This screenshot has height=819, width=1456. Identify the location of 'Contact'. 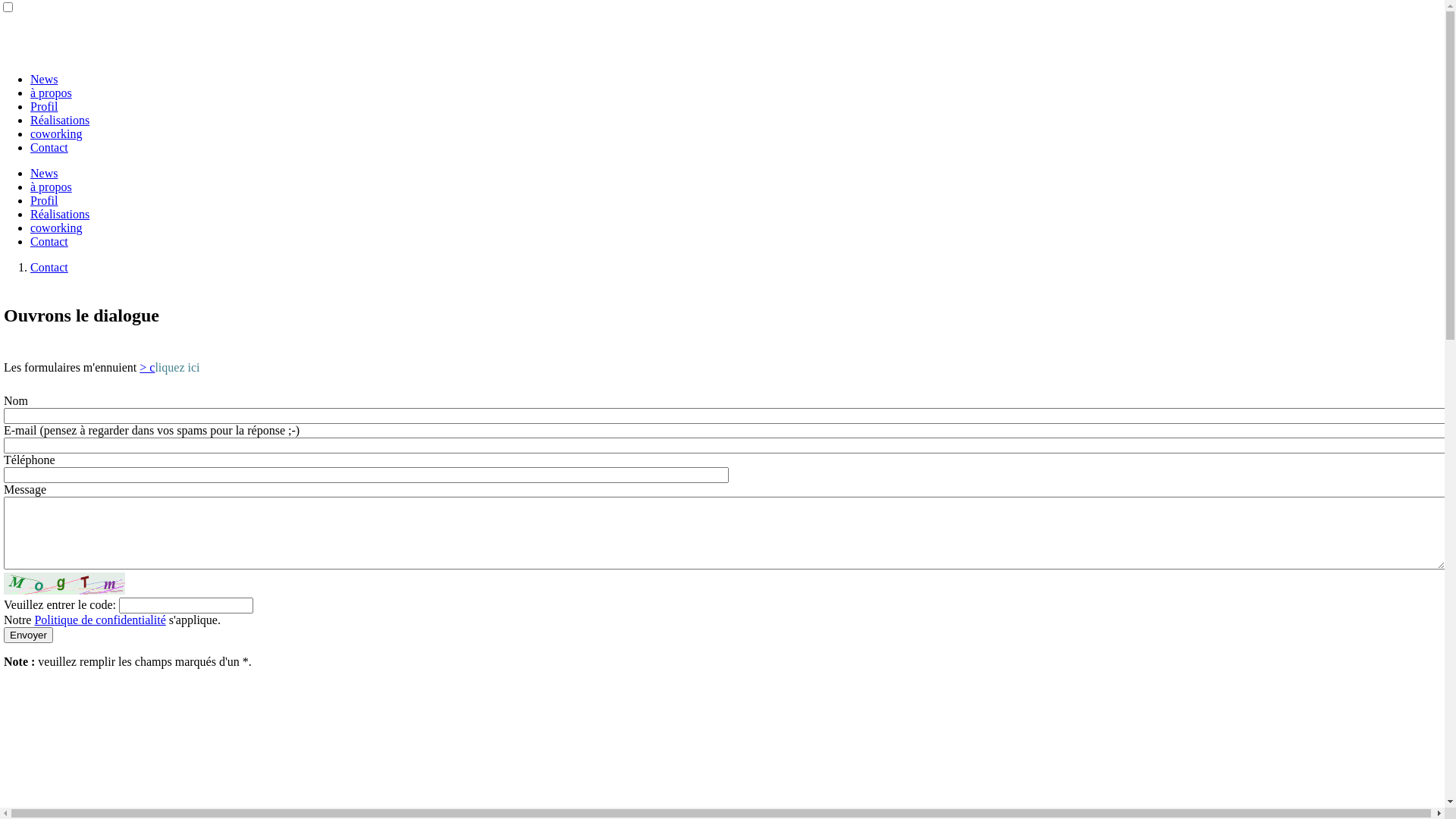
(30, 240).